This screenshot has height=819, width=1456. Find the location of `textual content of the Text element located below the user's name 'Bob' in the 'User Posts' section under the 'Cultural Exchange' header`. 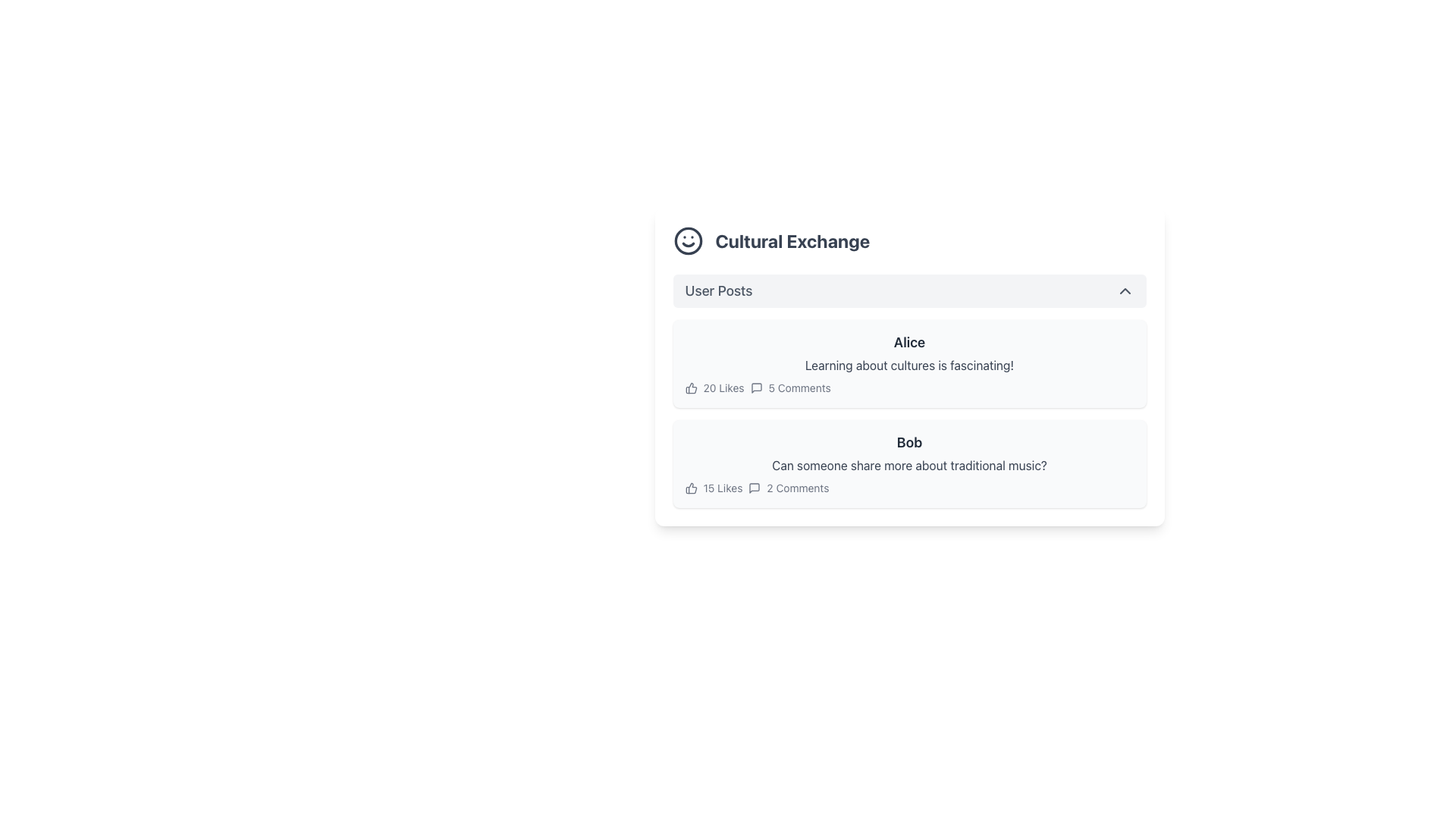

textual content of the Text element located below the user's name 'Bob' in the 'User Posts' section under the 'Cultural Exchange' header is located at coordinates (909, 464).